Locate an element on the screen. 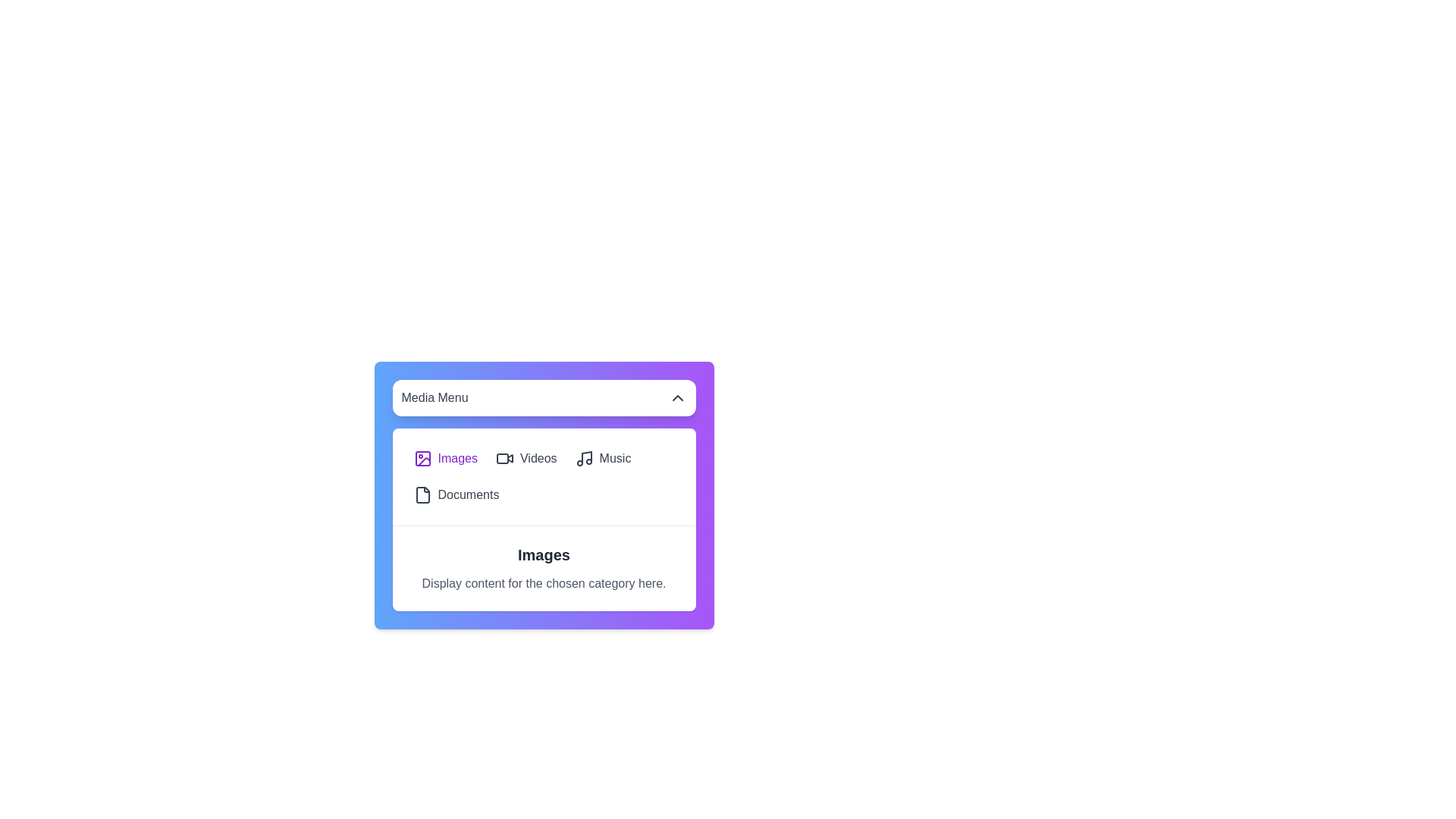 Image resolution: width=1456 pixels, height=819 pixels. the 'Media Menu' interactive section for navigation is located at coordinates (544, 495).